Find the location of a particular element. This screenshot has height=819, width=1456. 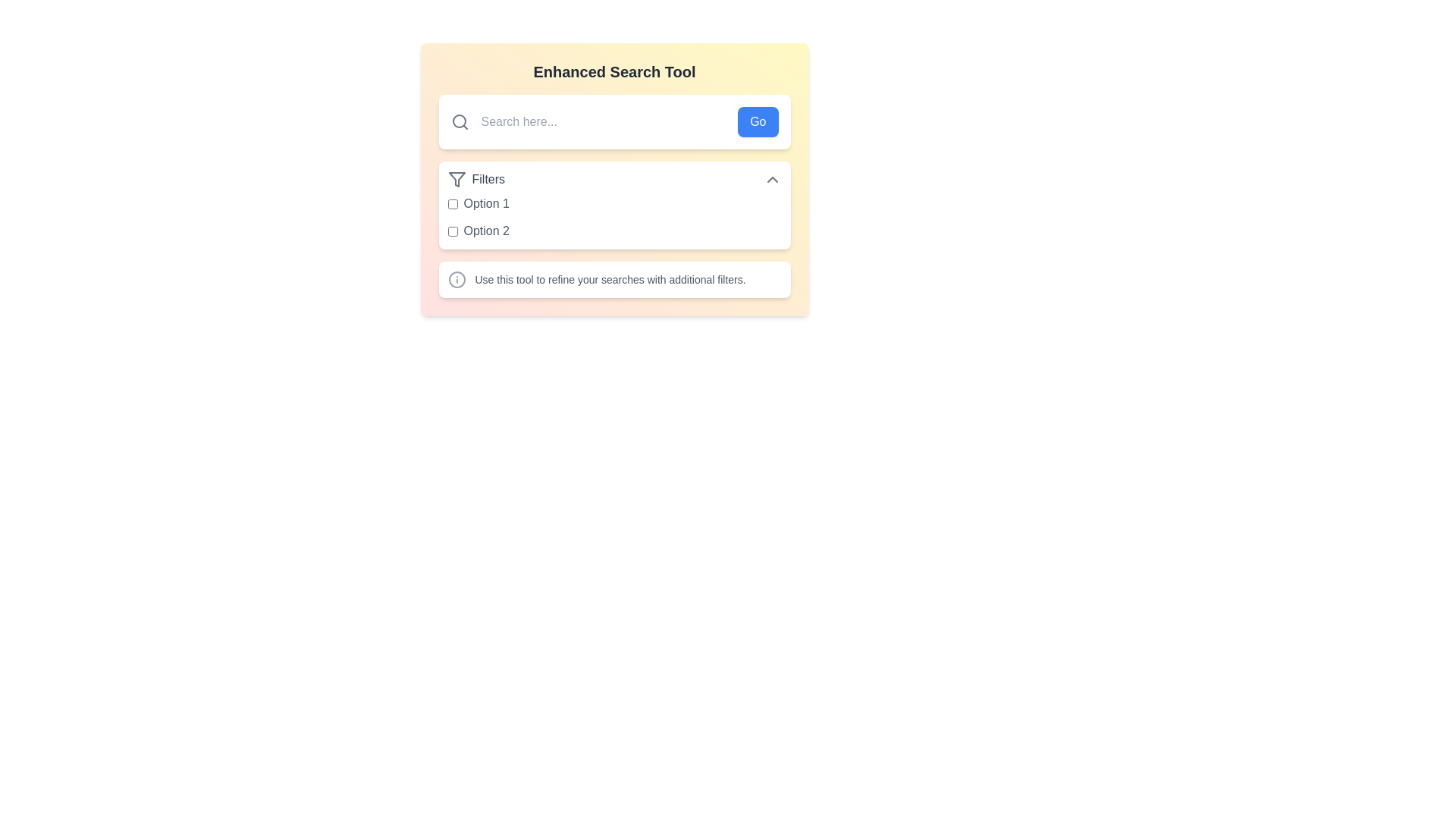

the small circular gray icon with an 'info' symbol located to the left of the text 'Use this tool to refine your searches with additional filters.' is located at coordinates (456, 280).